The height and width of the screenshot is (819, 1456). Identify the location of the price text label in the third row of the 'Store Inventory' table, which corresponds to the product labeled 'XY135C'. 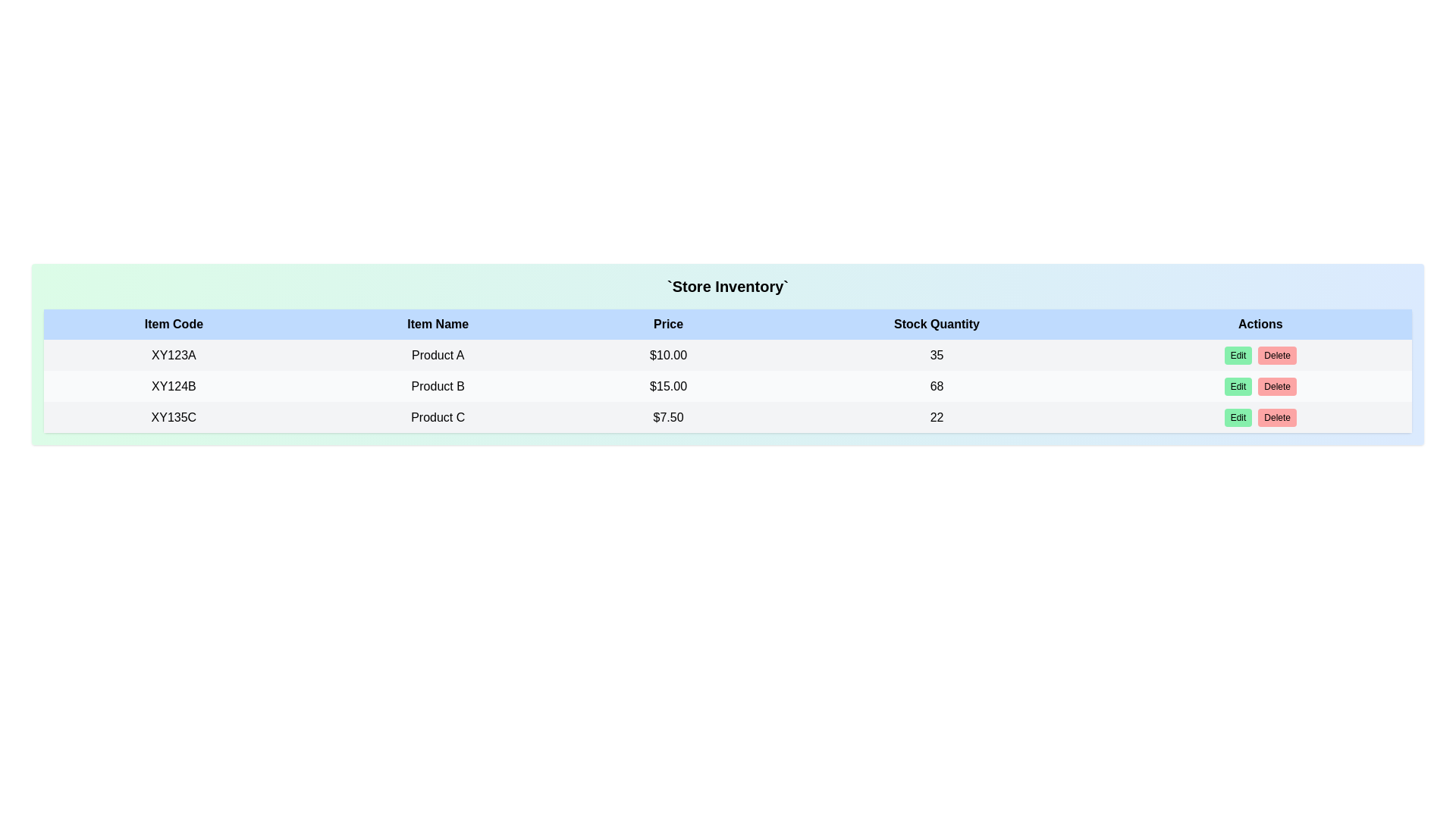
(667, 417).